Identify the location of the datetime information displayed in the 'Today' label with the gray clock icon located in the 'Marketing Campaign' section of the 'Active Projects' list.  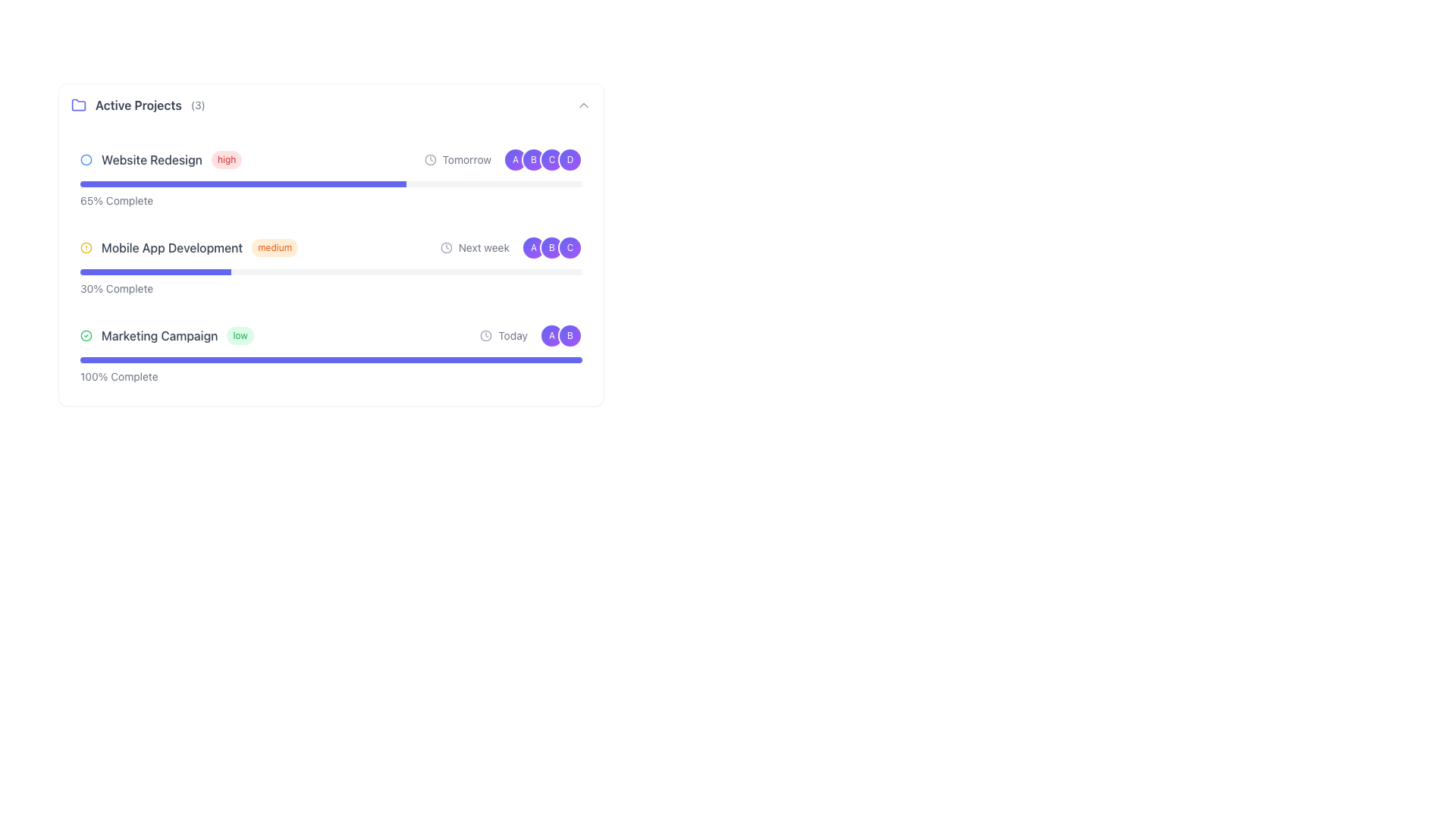
(504, 335).